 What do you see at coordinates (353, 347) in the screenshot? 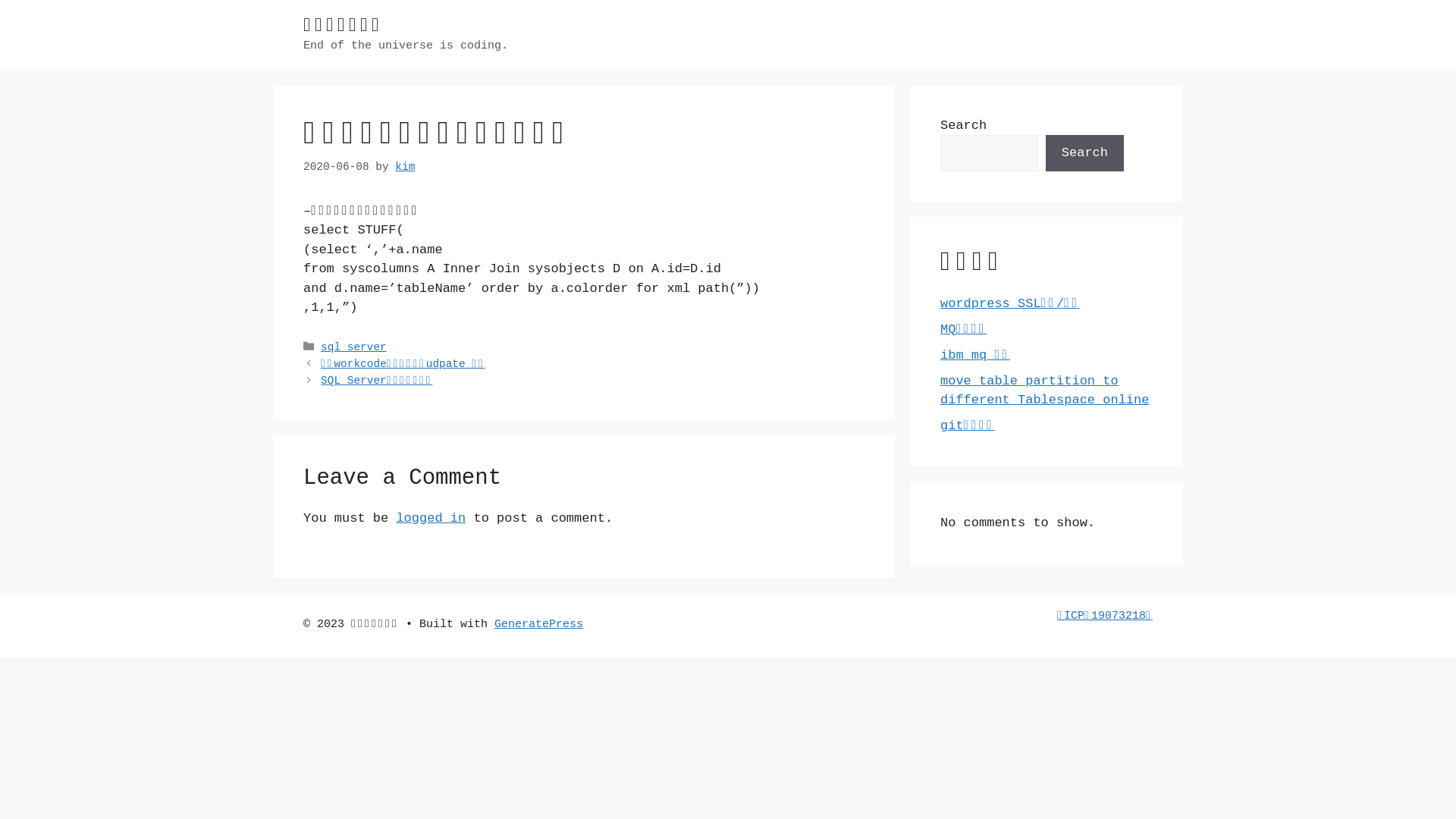
I see `'sql server'` at bounding box center [353, 347].